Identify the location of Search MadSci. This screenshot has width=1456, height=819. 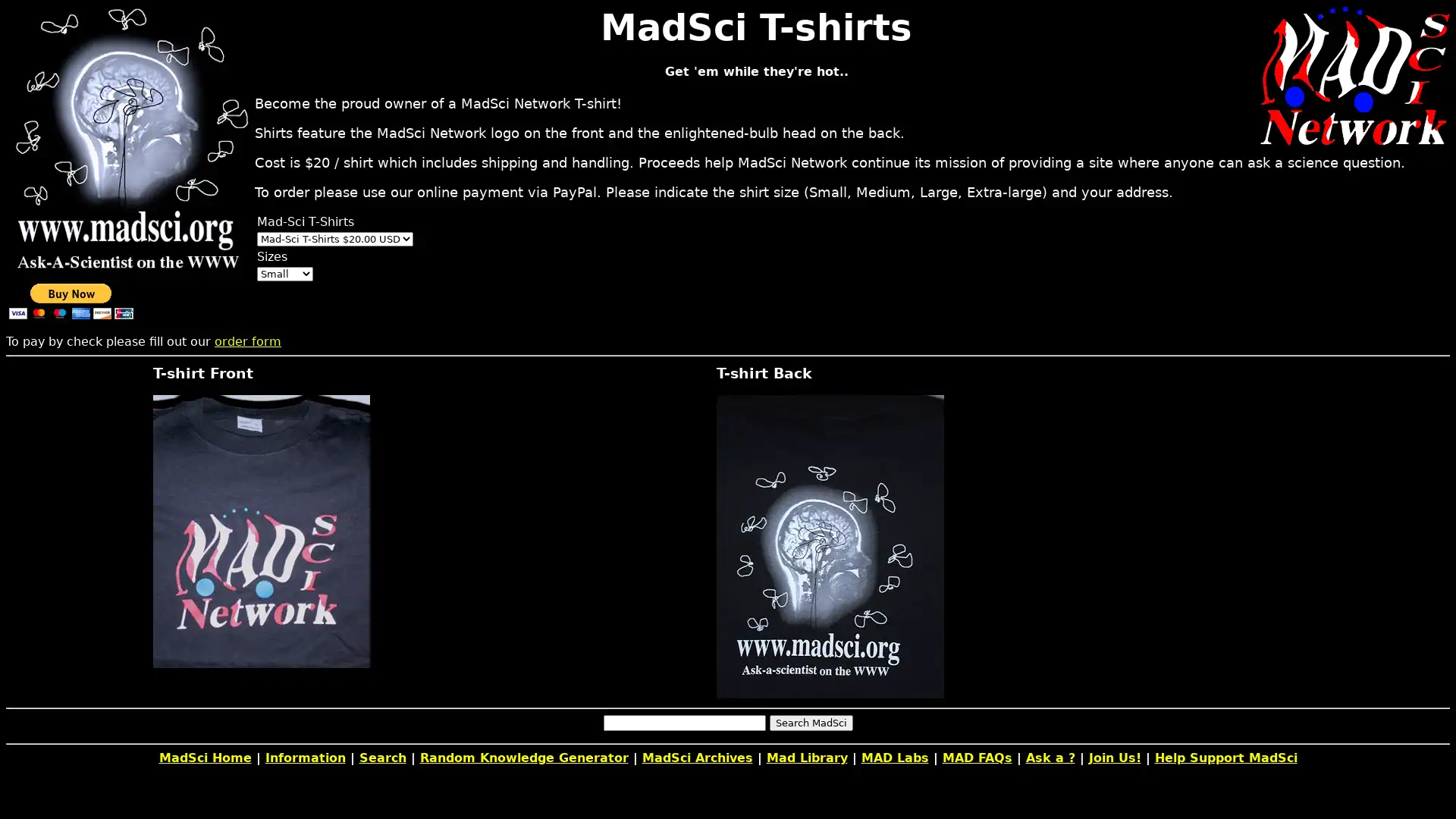
(810, 722).